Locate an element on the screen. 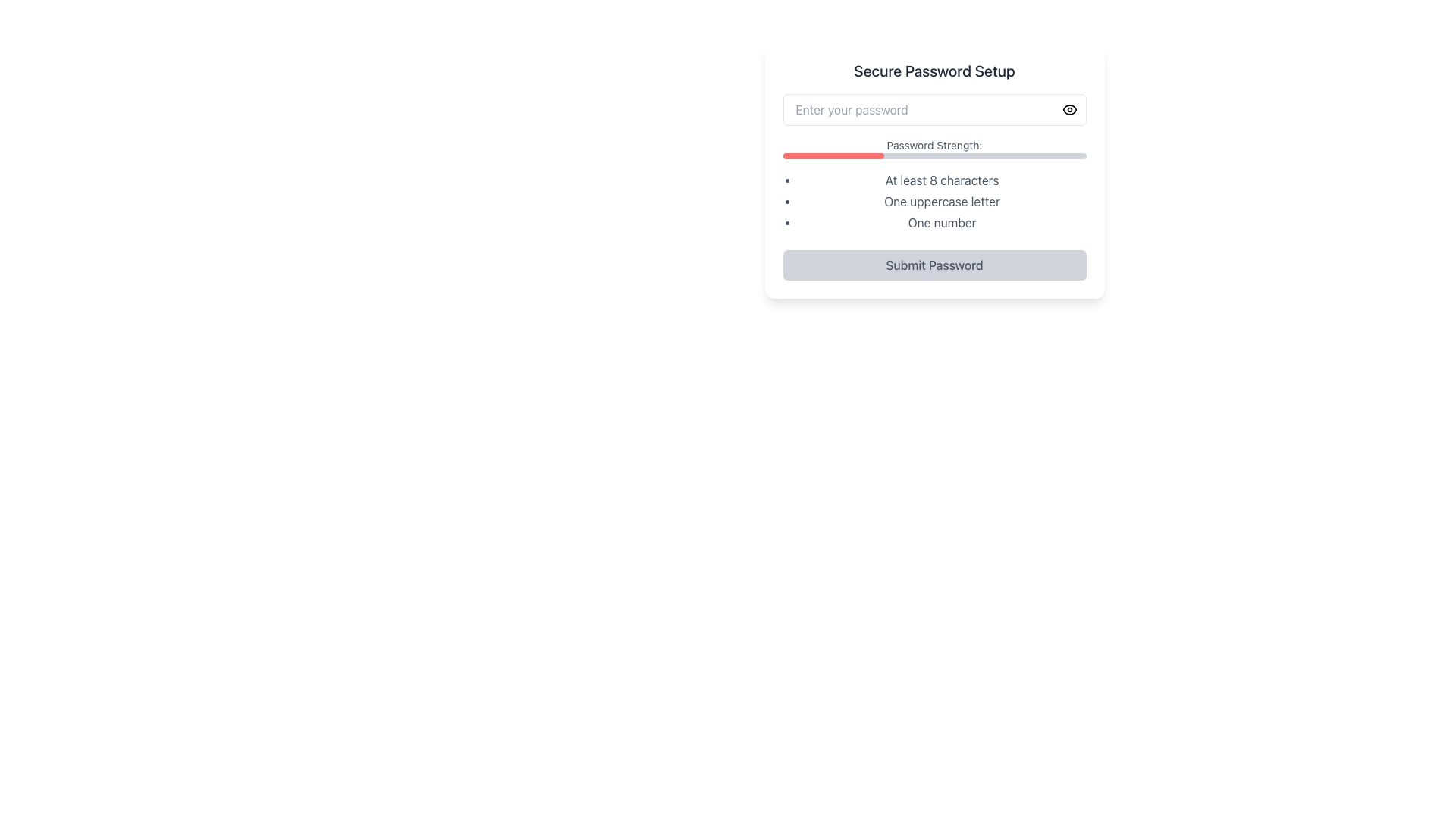  the bulleted list of password strength requirements, which includes items like 'At least 8 characters', 'One uppercase letter', and 'One number', located below the 'Password Strength' label is located at coordinates (941, 201).